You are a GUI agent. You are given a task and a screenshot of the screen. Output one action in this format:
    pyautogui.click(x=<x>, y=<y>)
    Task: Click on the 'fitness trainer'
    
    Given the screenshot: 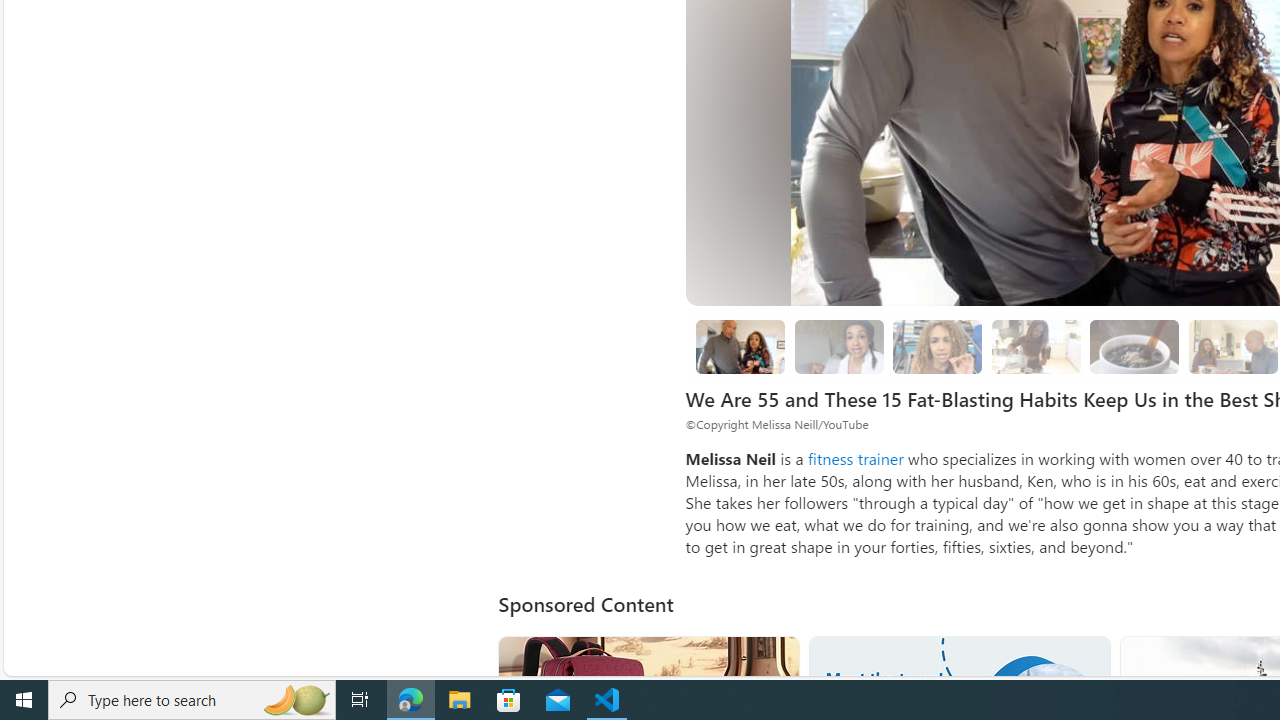 What is the action you would take?
    pyautogui.click(x=855, y=458)
    